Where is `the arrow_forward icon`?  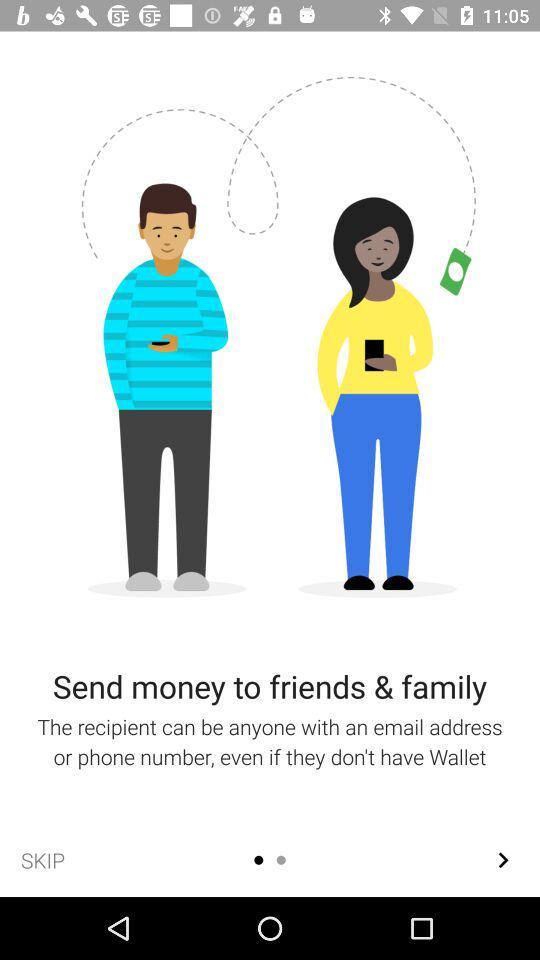 the arrow_forward icon is located at coordinates (502, 859).